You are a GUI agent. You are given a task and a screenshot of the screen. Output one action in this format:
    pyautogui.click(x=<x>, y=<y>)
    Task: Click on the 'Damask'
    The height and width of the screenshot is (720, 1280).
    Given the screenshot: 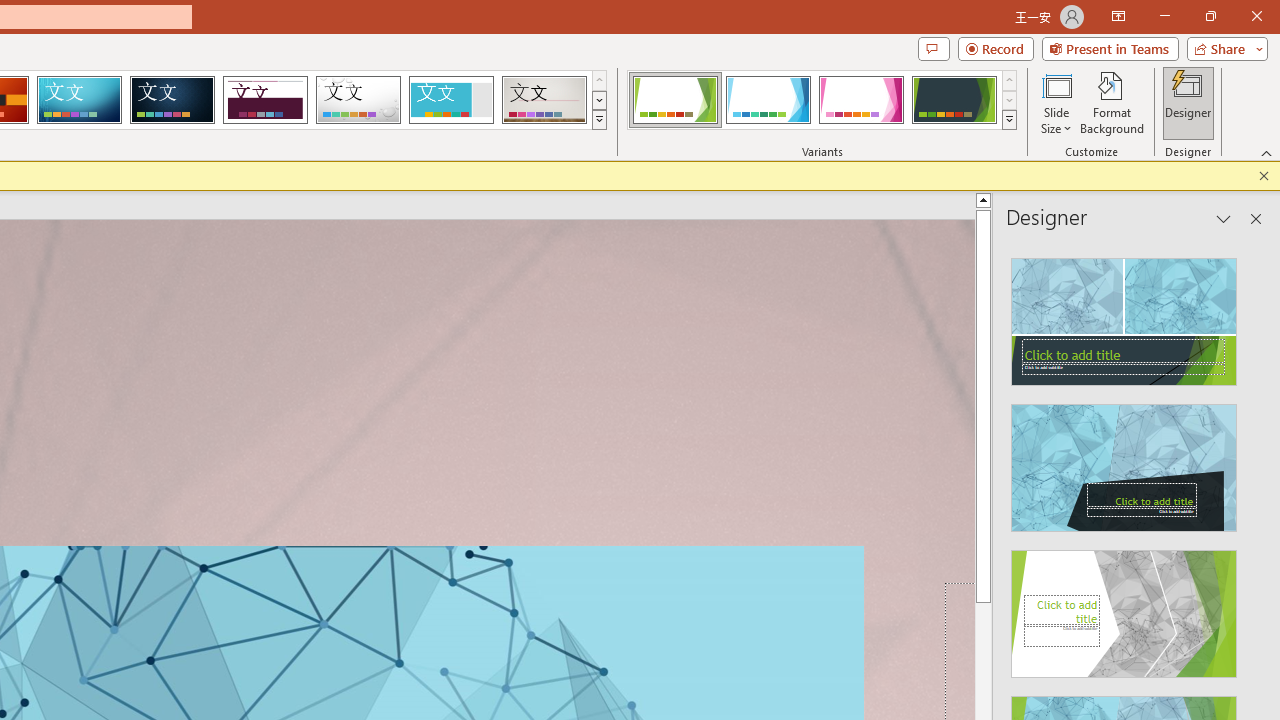 What is the action you would take?
    pyautogui.click(x=172, y=100)
    